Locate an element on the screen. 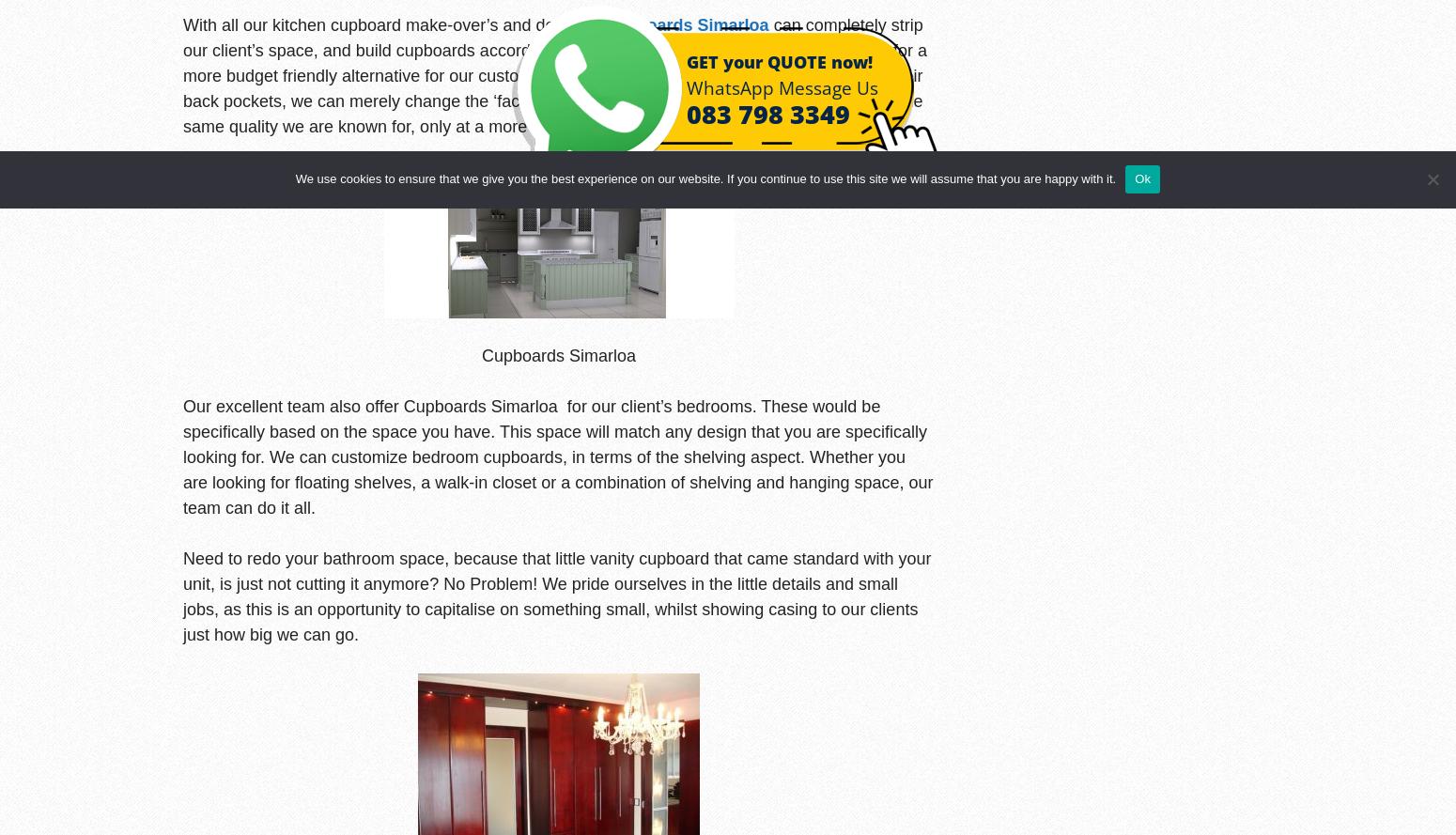  'WhatsApp Message Us' is located at coordinates (781, 86).